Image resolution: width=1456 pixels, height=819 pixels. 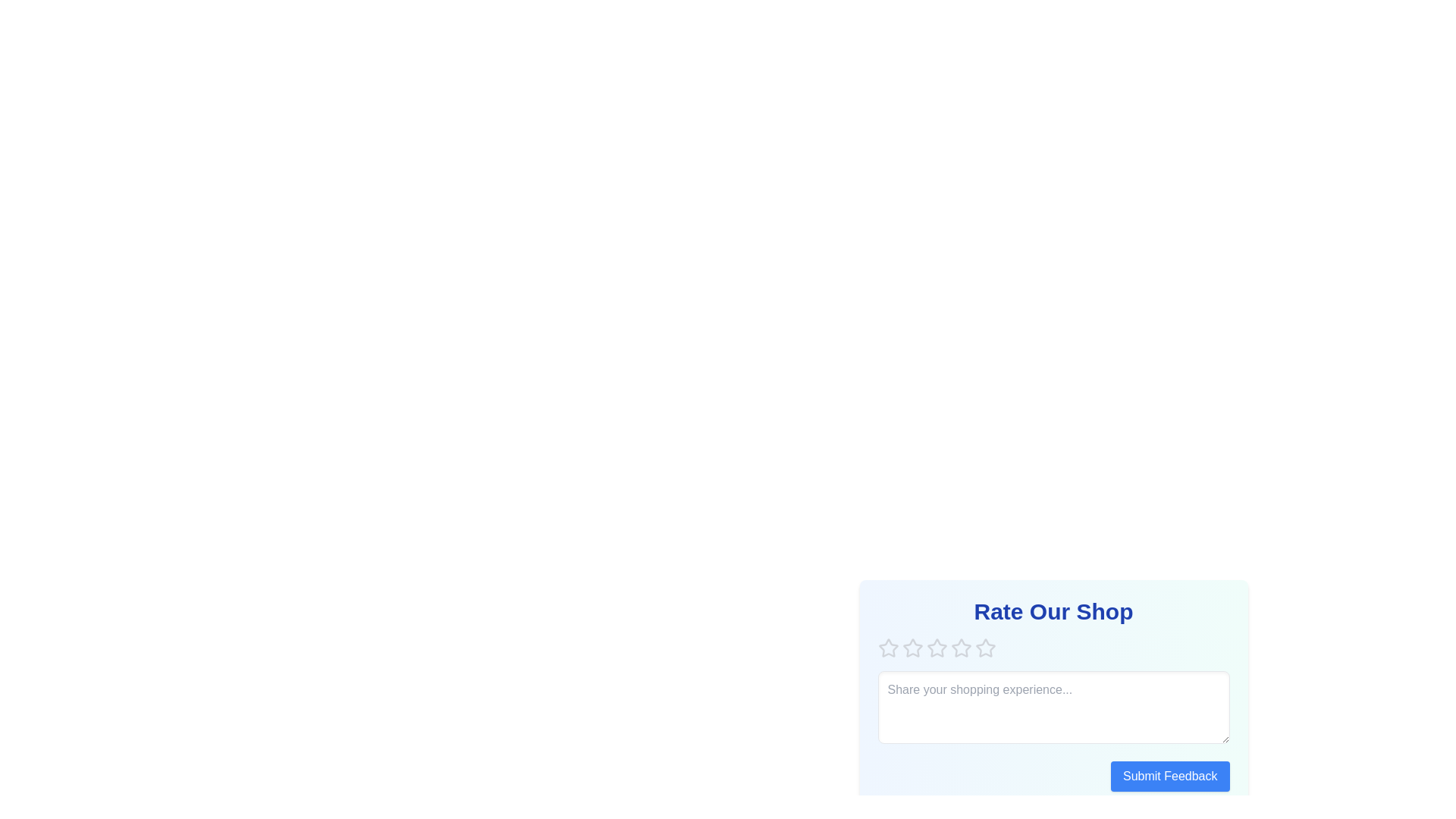 I want to click on the center of the textarea to focus it, so click(x=1053, y=708).